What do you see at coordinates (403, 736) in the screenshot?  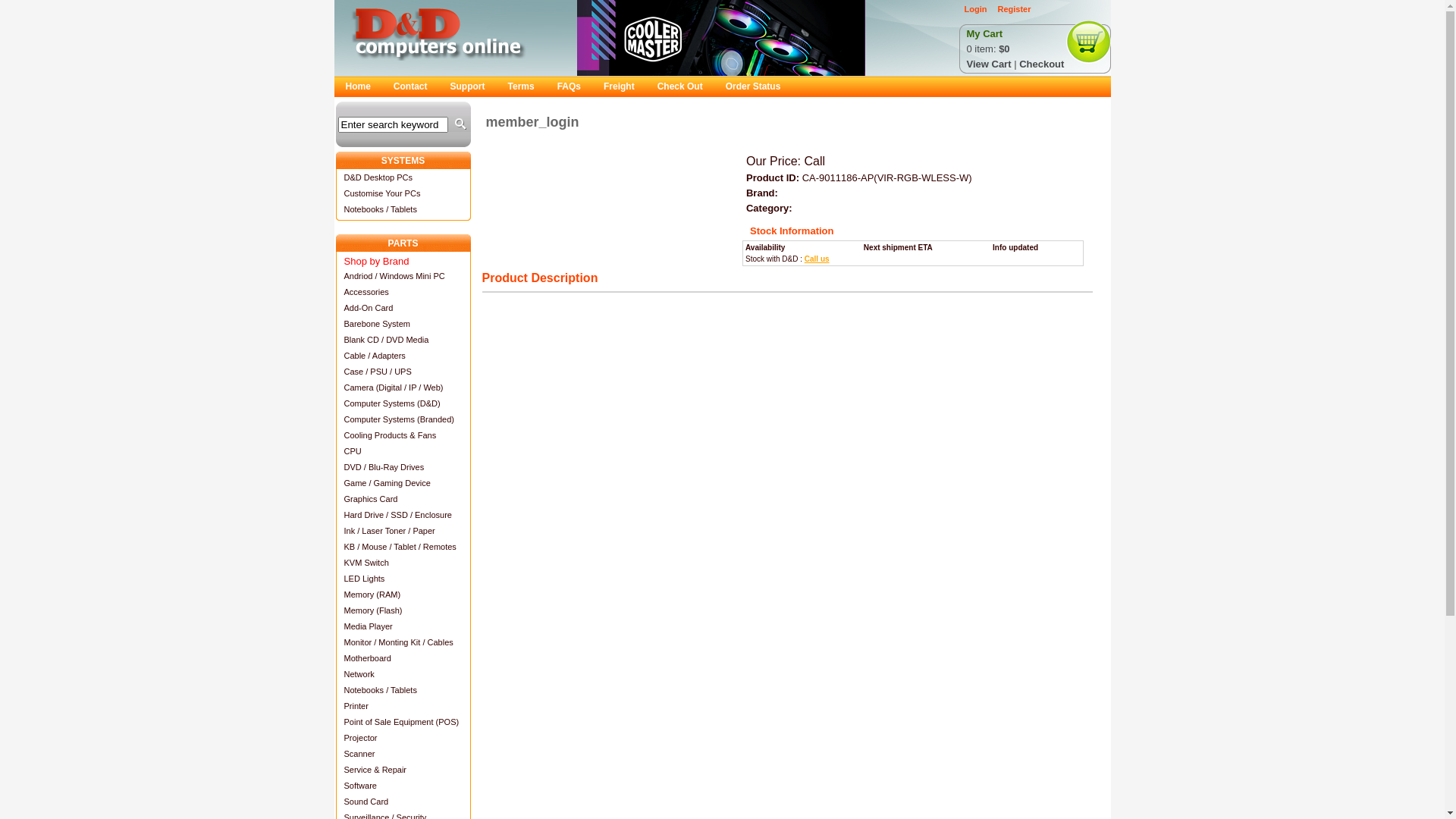 I see `'Projector'` at bounding box center [403, 736].